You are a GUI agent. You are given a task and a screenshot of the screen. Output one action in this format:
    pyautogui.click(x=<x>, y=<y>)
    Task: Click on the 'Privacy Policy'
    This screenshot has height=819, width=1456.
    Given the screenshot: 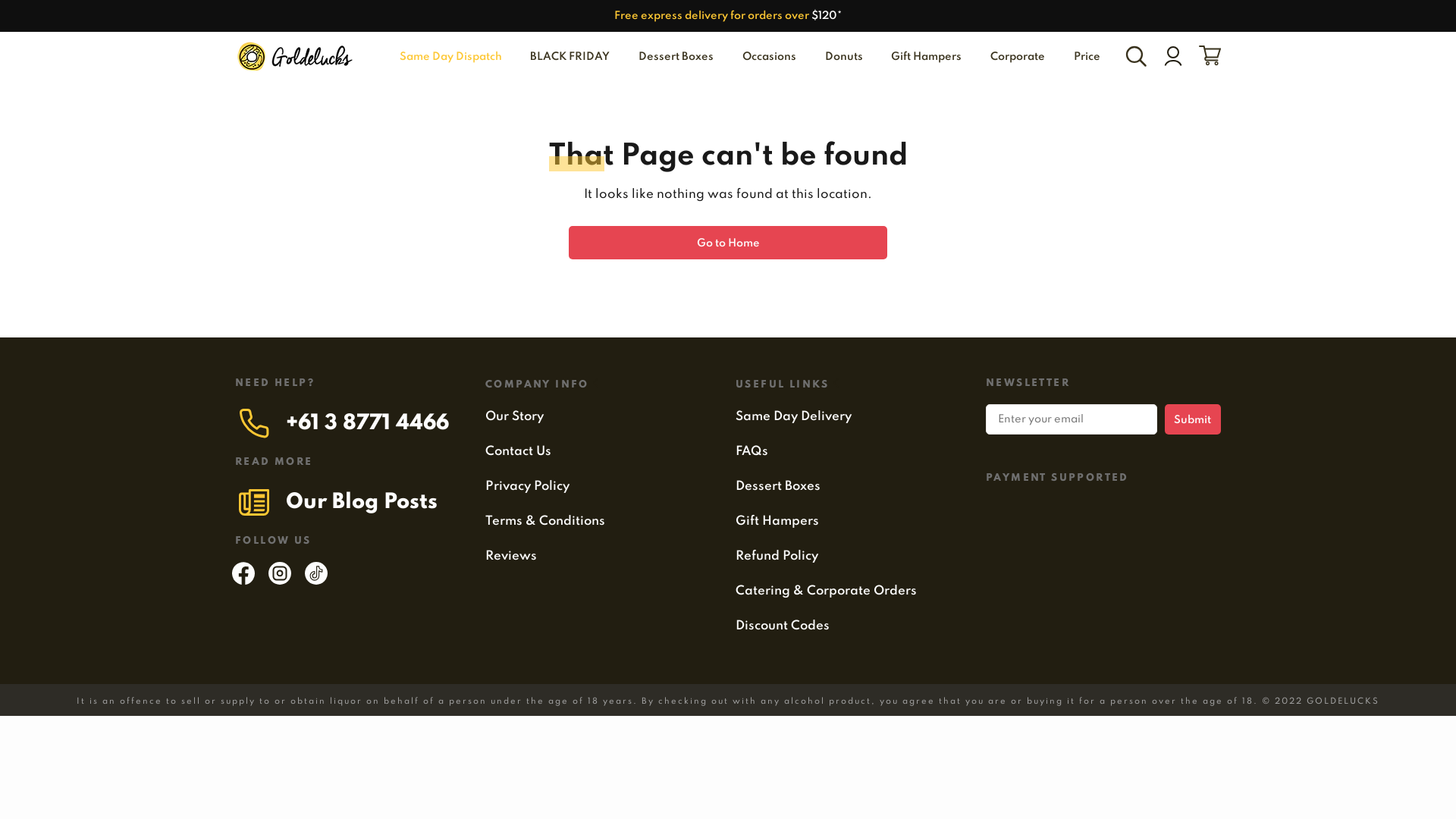 What is the action you would take?
    pyautogui.click(x=527, y=485)
    